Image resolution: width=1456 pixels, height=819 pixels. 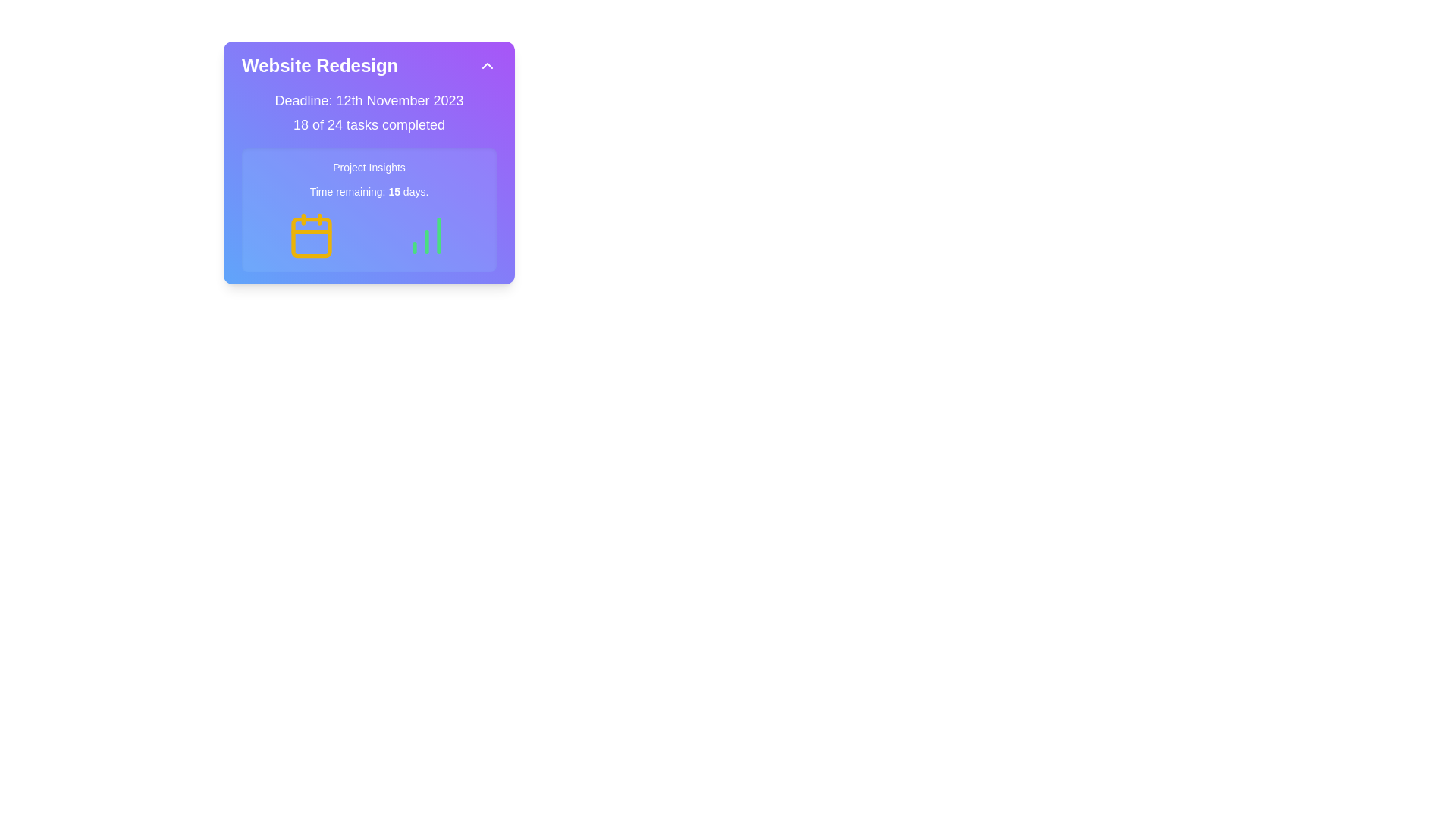 What do you see at coordinates (369, 112) in the screenshot?
I see `the information displayed in the text element showing the deadline and completion summary for the 'Website Redesign' project` at bounding box center [369, 112].